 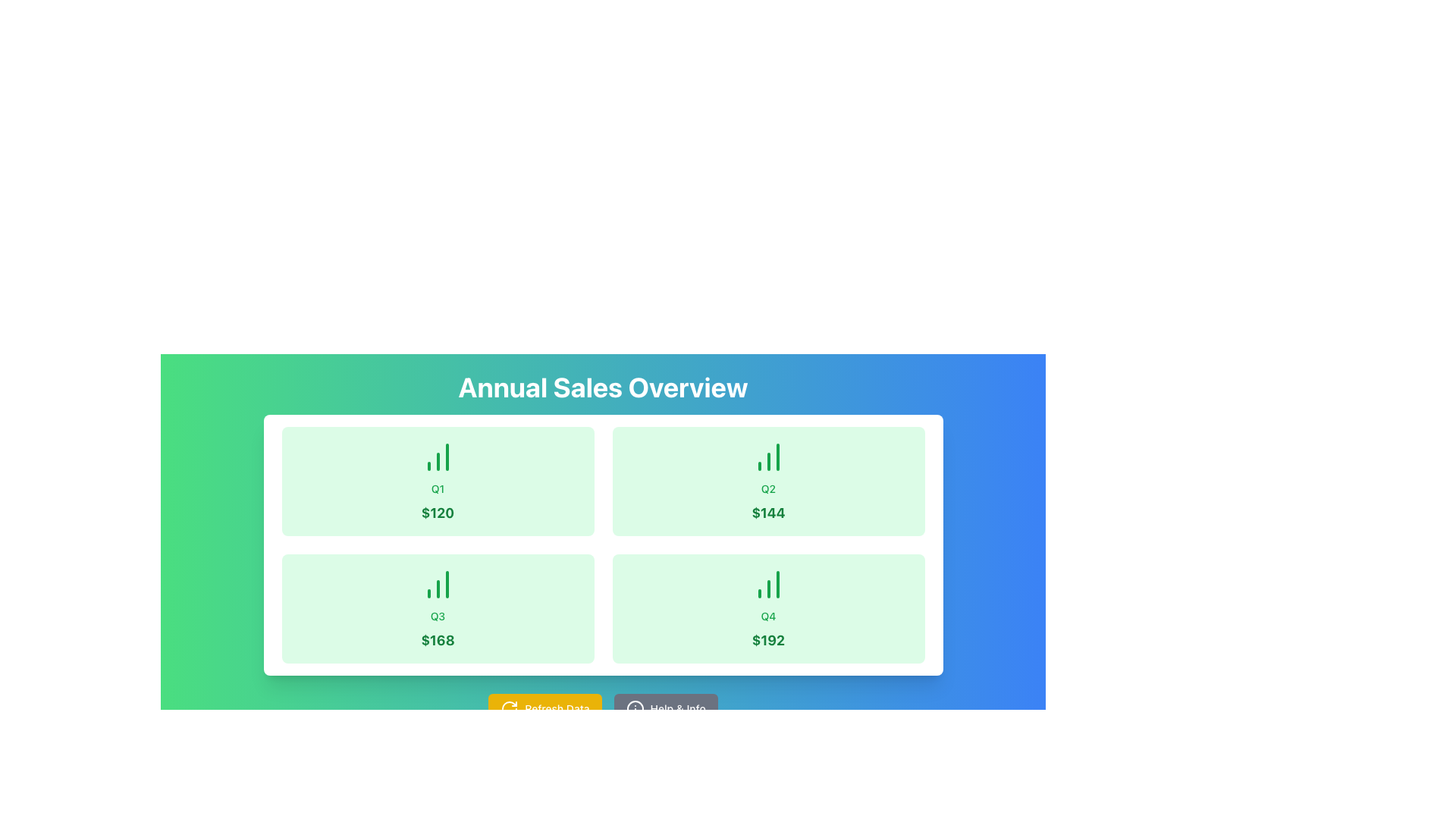 I want to click on the circular icon with a vertical line and small horizontal detail, located to the left of the 'Help & Info' text in the button at the bottom-right corner, so click(x=635, y=708).